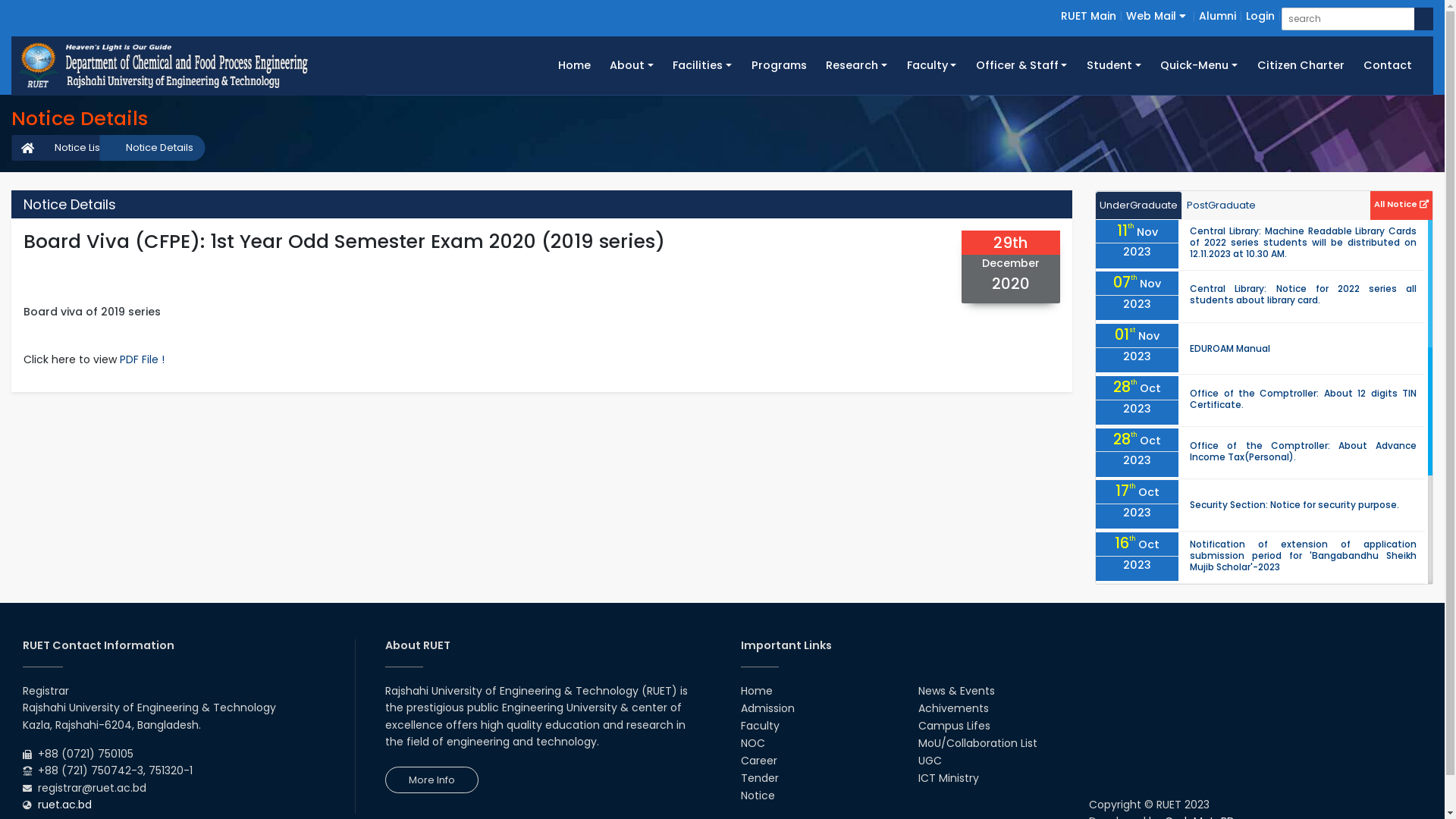 The width and height of the screenshot is (1456, 819). Describe the element at coordinates (1401, 202) in the screenshot. I see `'All Notice'` at that location.